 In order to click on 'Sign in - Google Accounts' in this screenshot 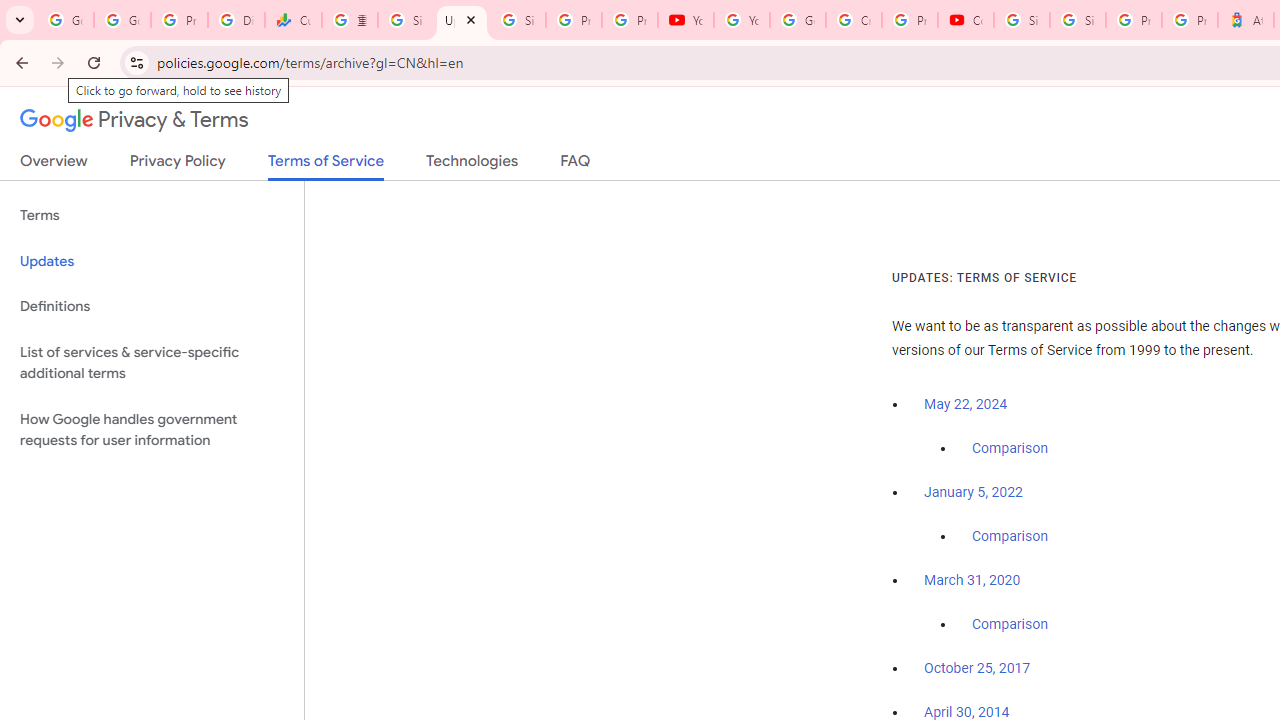, I will do `click(404, 20)`.